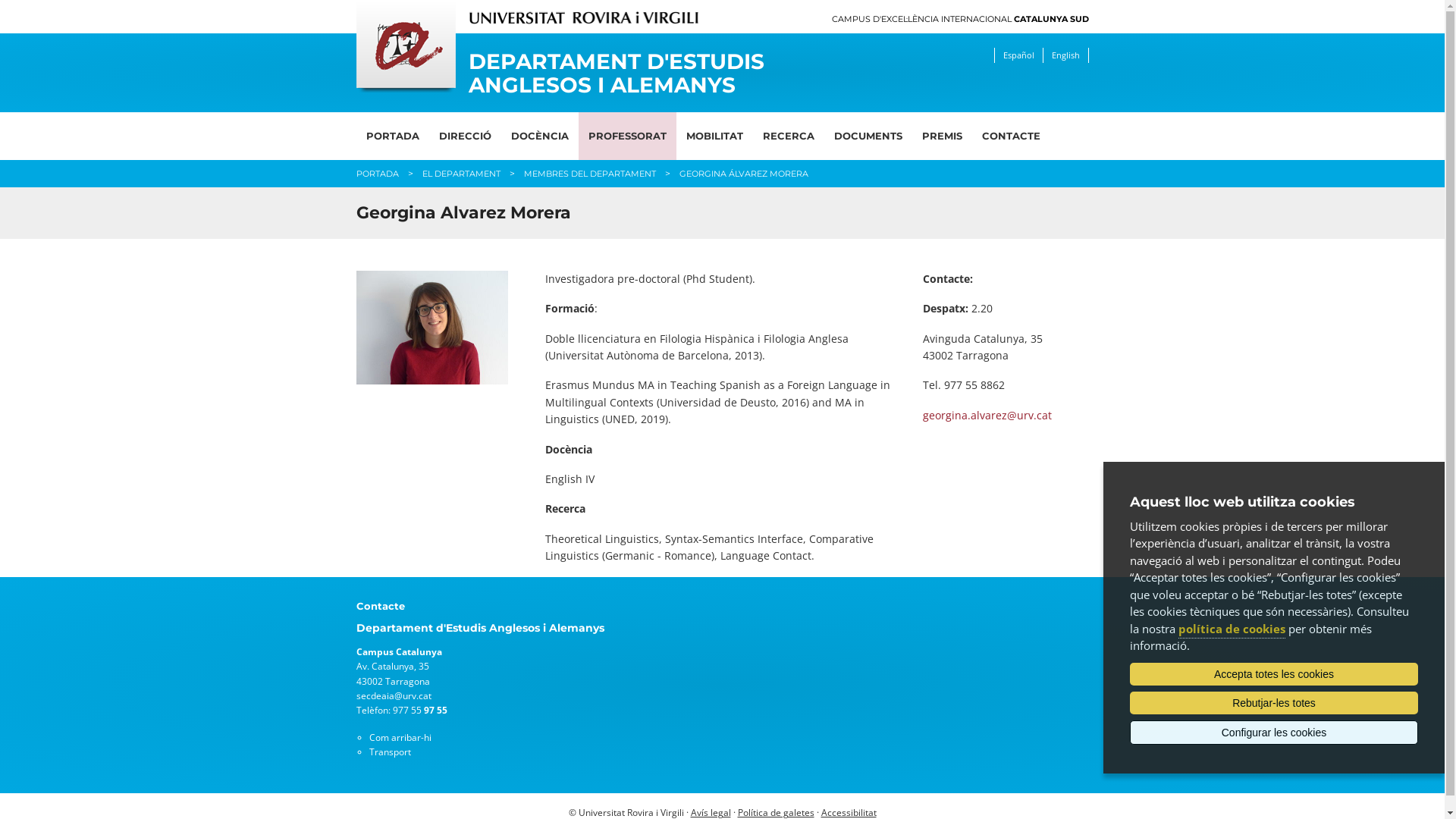 The width and height of the screenshot is (1456, 819). Describe the element at coordinates (628, 73) in the screenshot. I see `'DEPARTAMENT D'ESTUDIS ANGLESOS I ALEMANYS'` at that location.